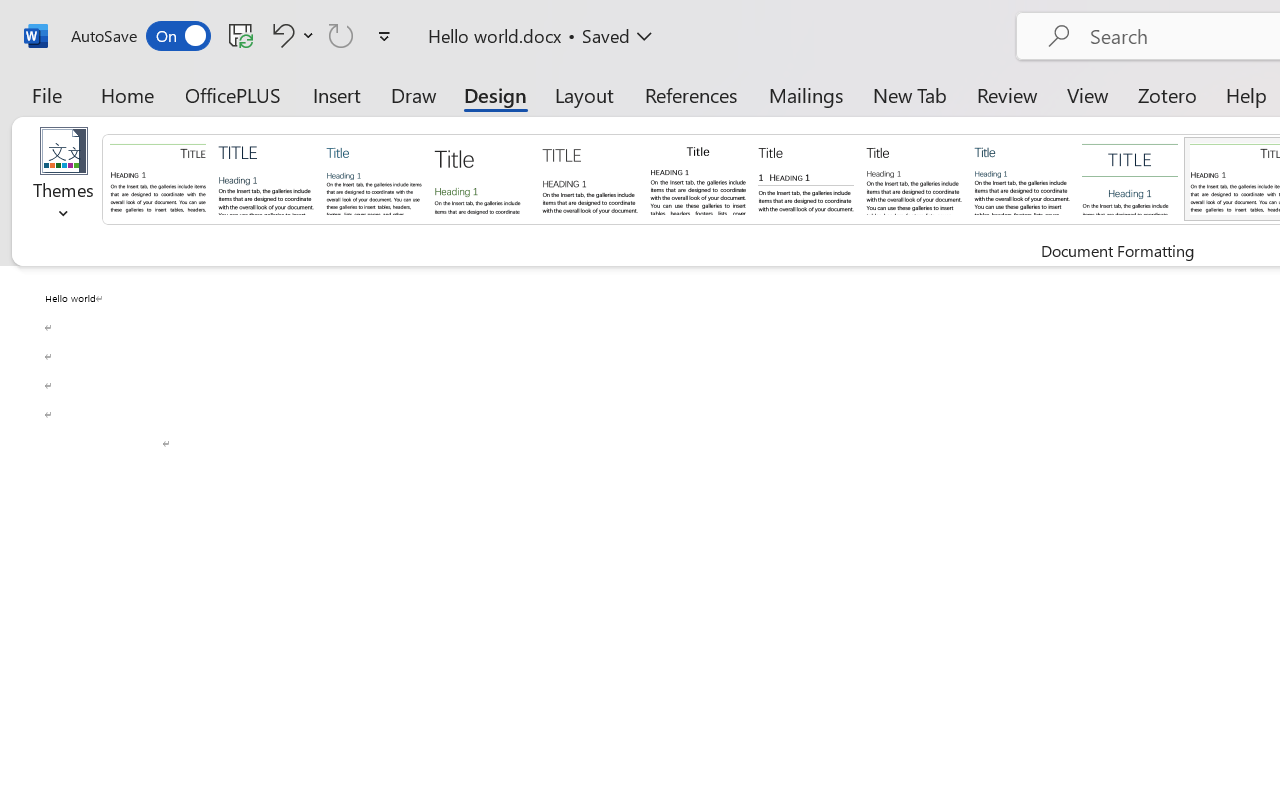 The image size is (1280, 800). What do you see at coordinates (46, 94) in the screenshot?
I see `'File Tab'` at bounding box center [46, 94].